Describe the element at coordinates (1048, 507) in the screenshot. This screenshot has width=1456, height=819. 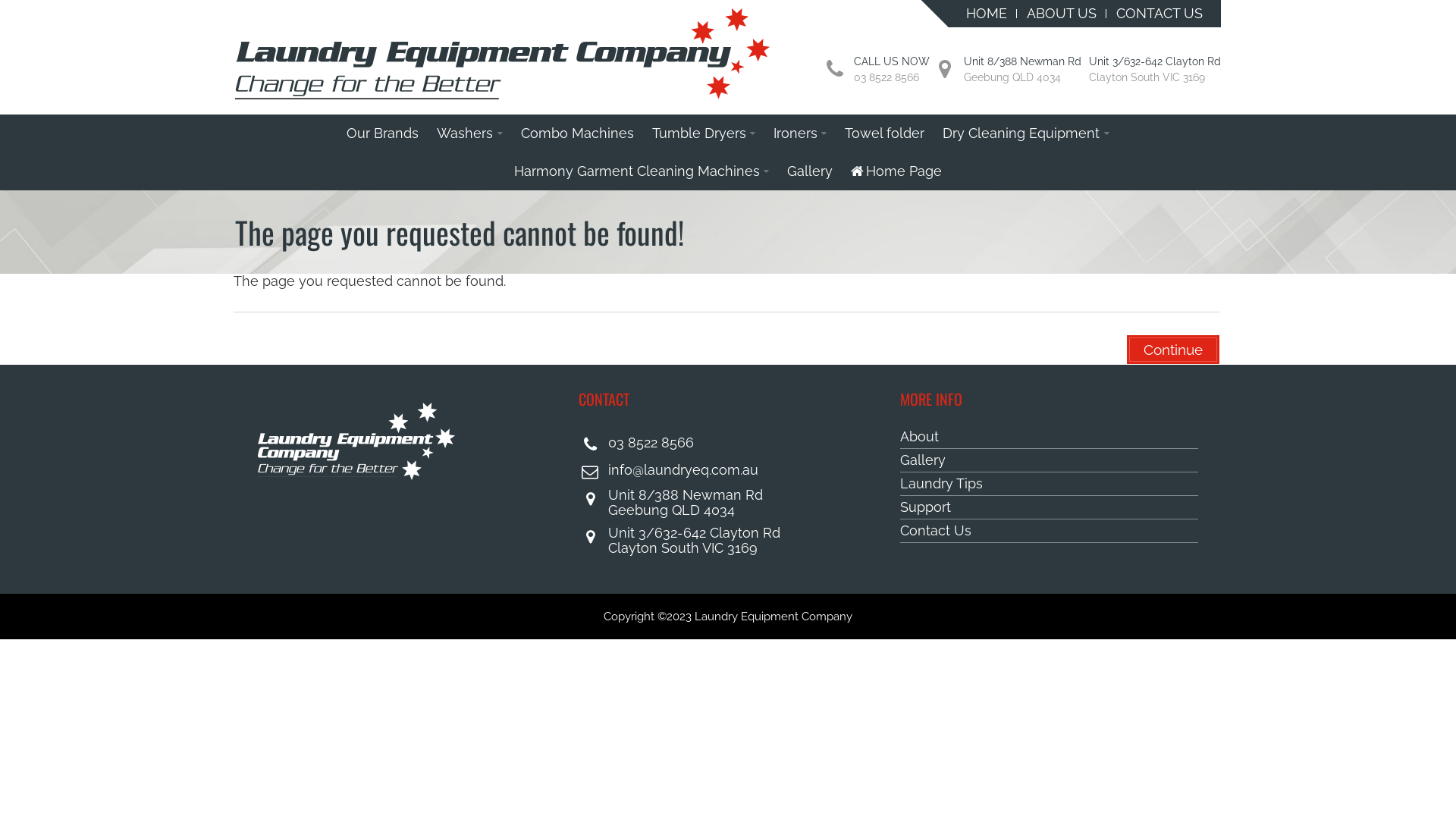
I see `'Support'` at that location.